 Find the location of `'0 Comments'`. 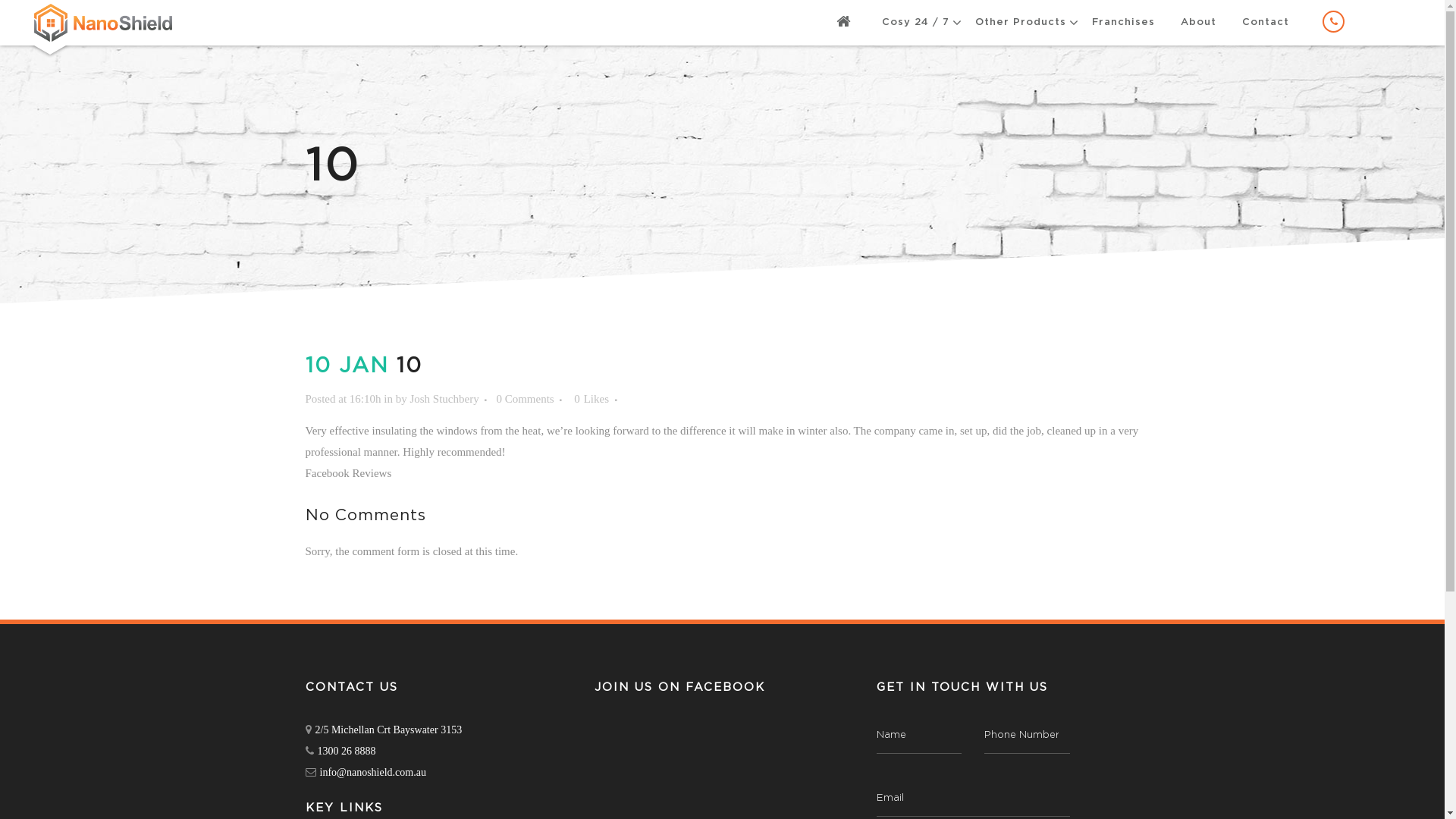

'0 Comments' is located at coordinates (524, 397).